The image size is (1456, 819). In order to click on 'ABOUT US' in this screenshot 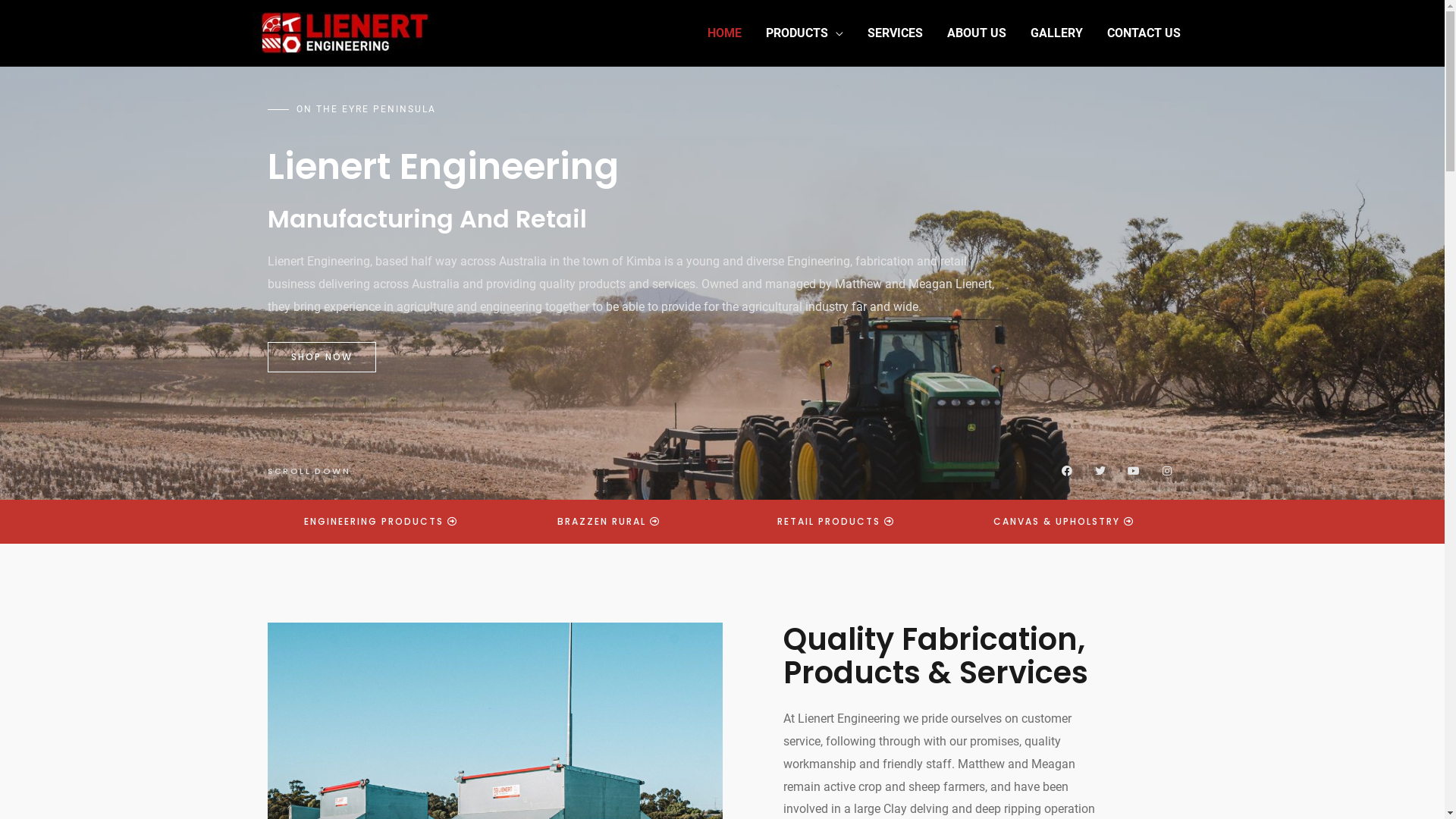, I will do `click(975, 33)`.